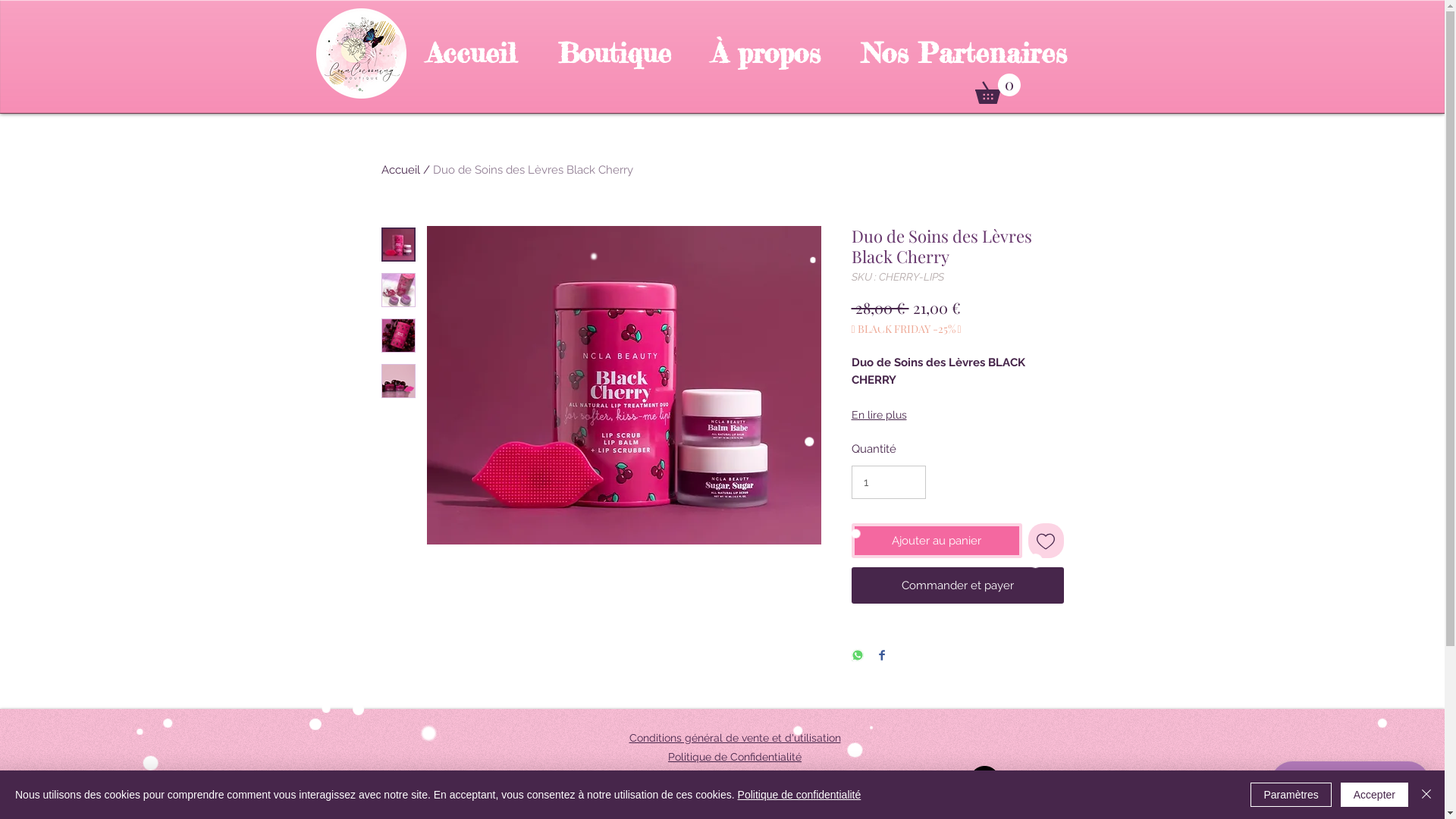  I want to click on 'Boutique', so click(537, 52).